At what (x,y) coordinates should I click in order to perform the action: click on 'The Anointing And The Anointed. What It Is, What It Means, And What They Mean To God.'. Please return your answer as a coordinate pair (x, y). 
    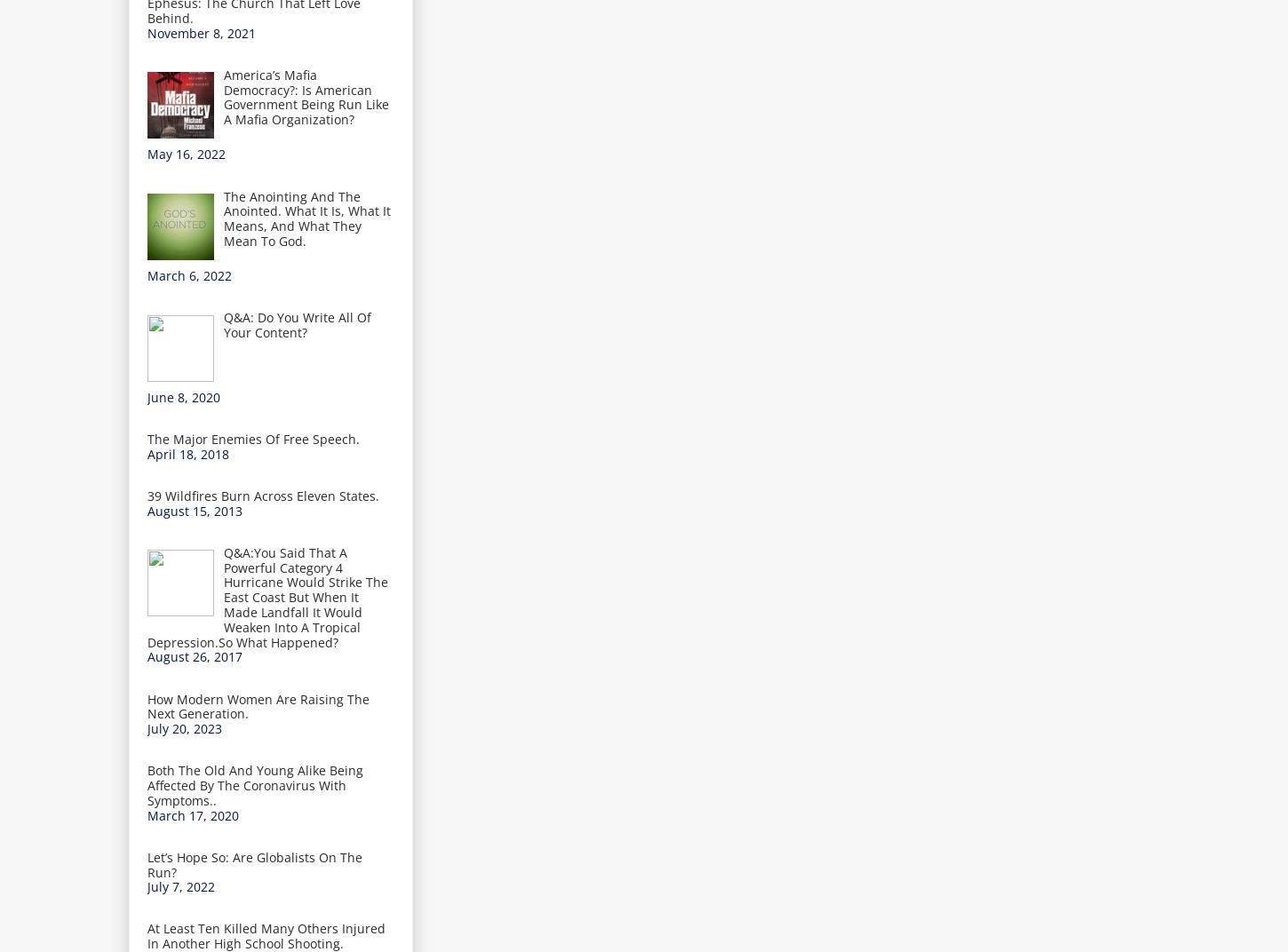
    Looking at the image, I should click on (306, 218).